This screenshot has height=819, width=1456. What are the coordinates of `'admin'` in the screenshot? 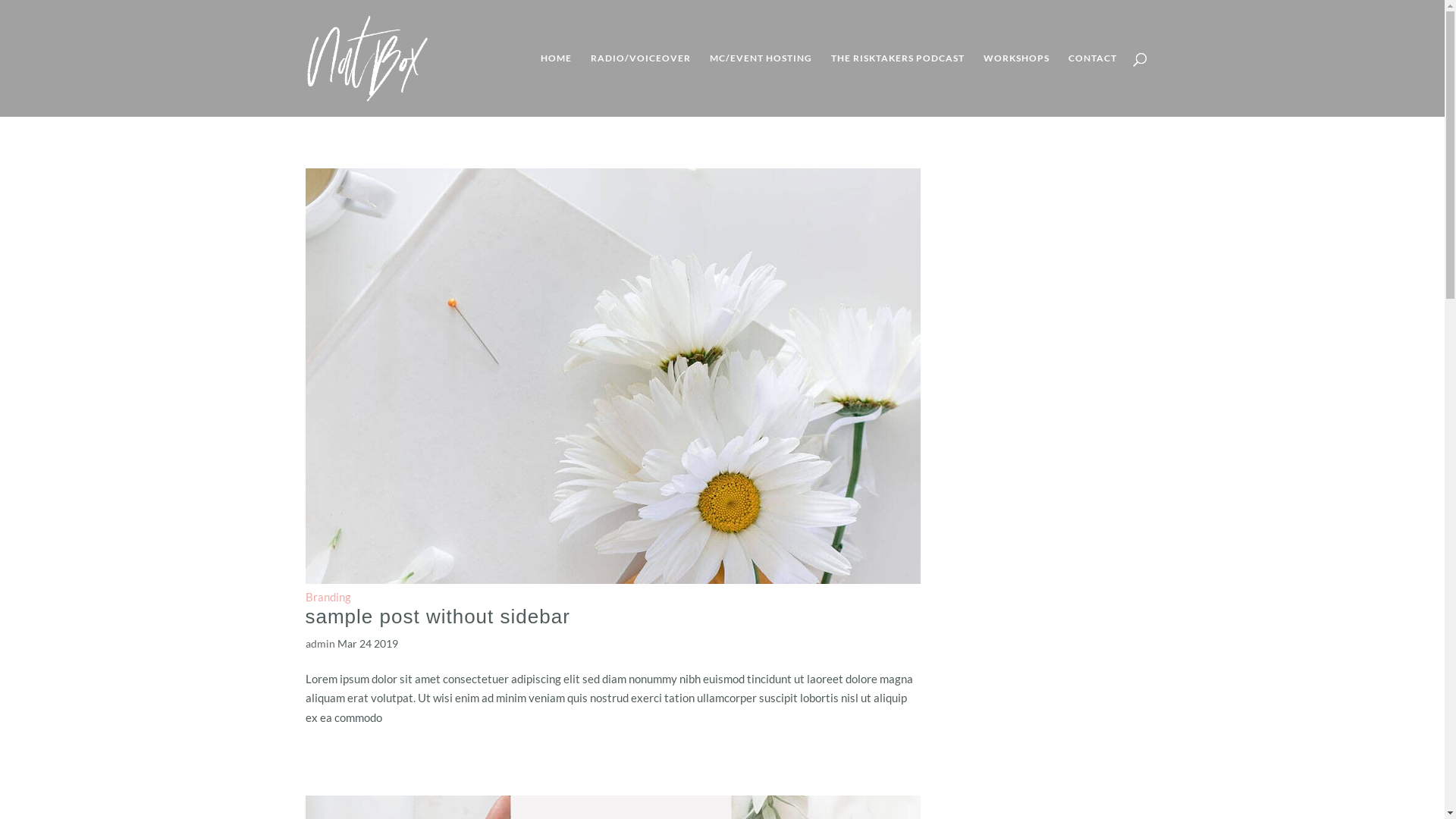 It's located at (318, 643).